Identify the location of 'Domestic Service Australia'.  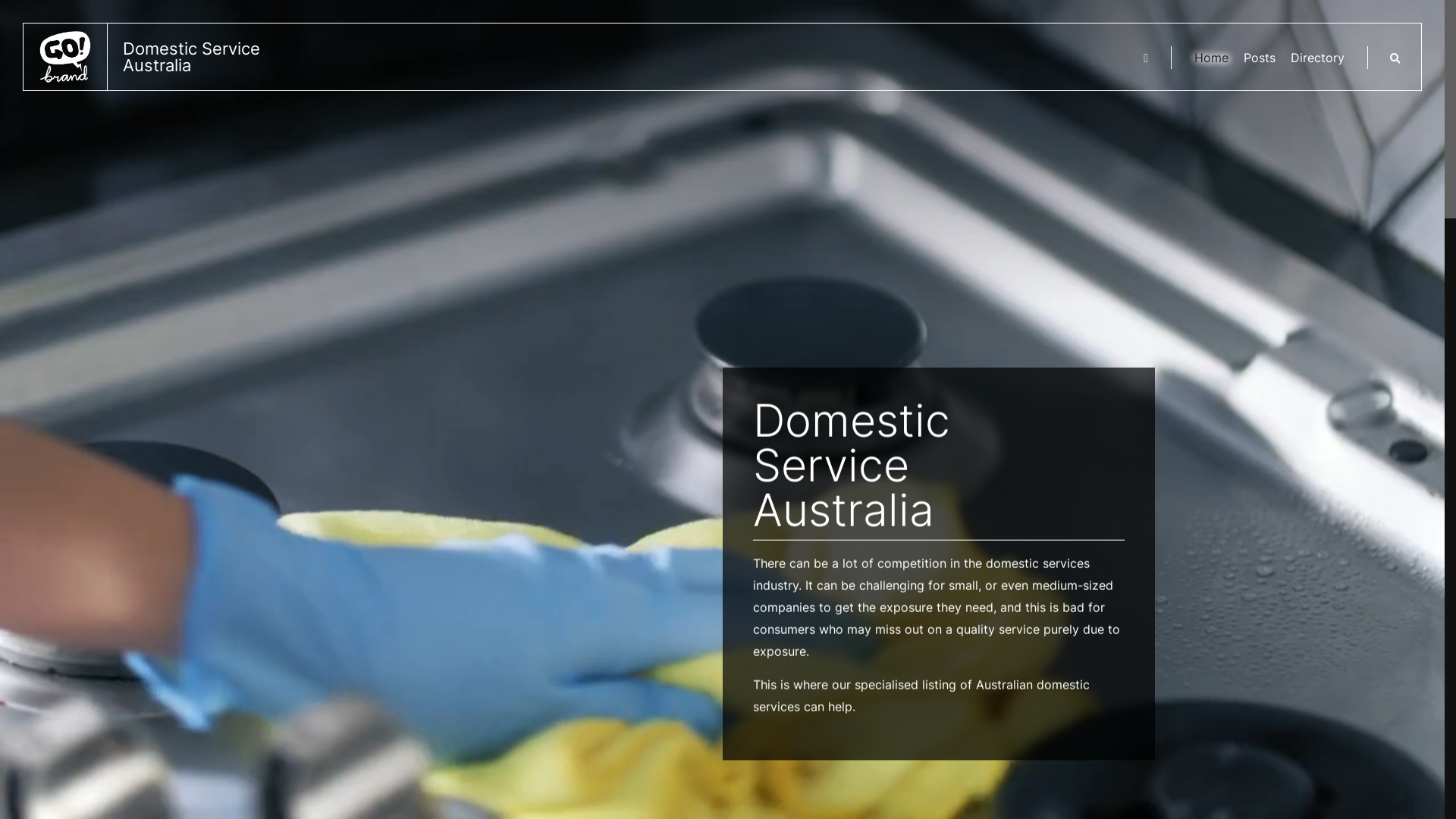
(160, 55).